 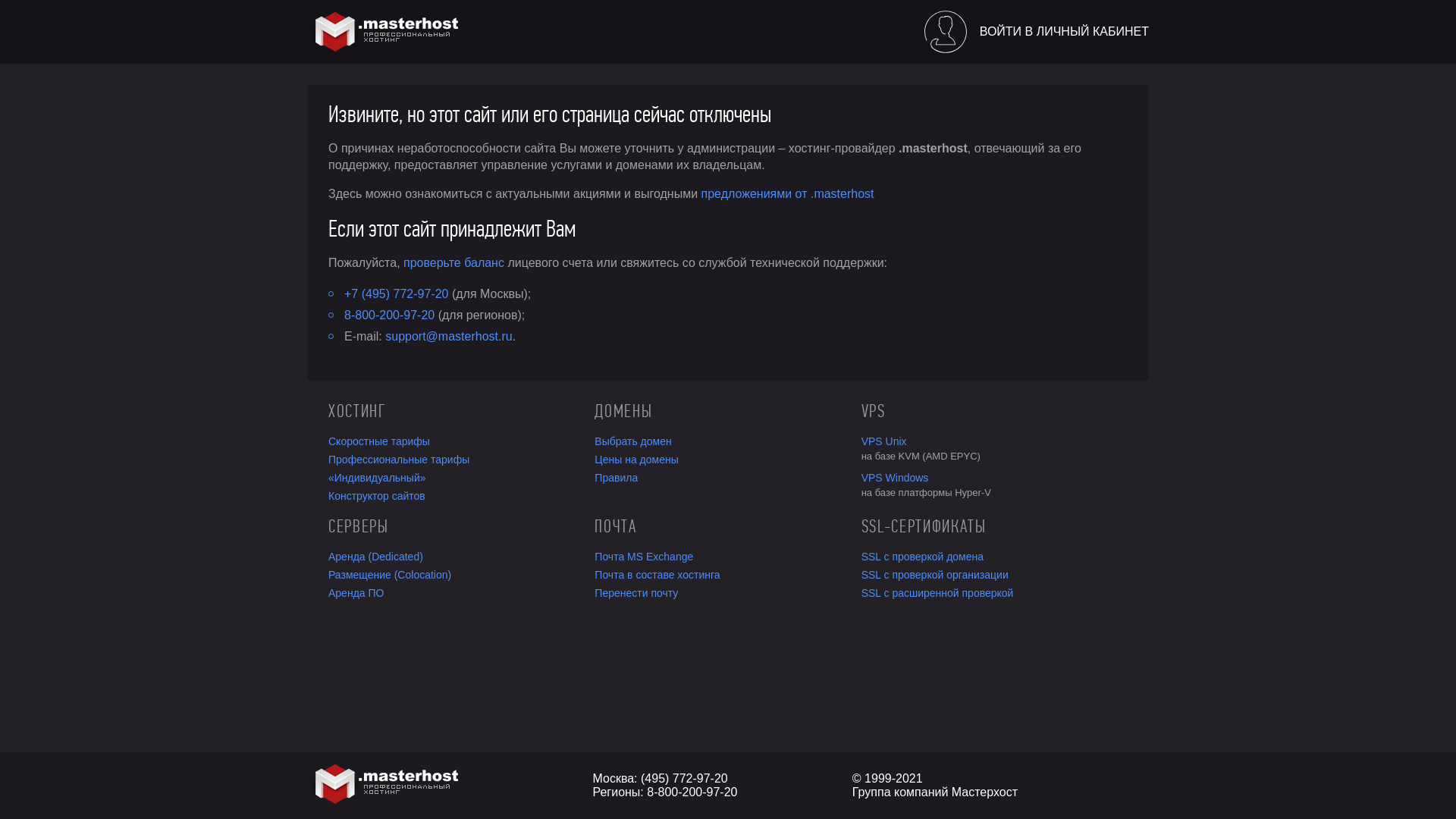 What do you see at coordinates (861, 411) in the screenshot?
I see `'VPS'` at bounding box center [861, 411].